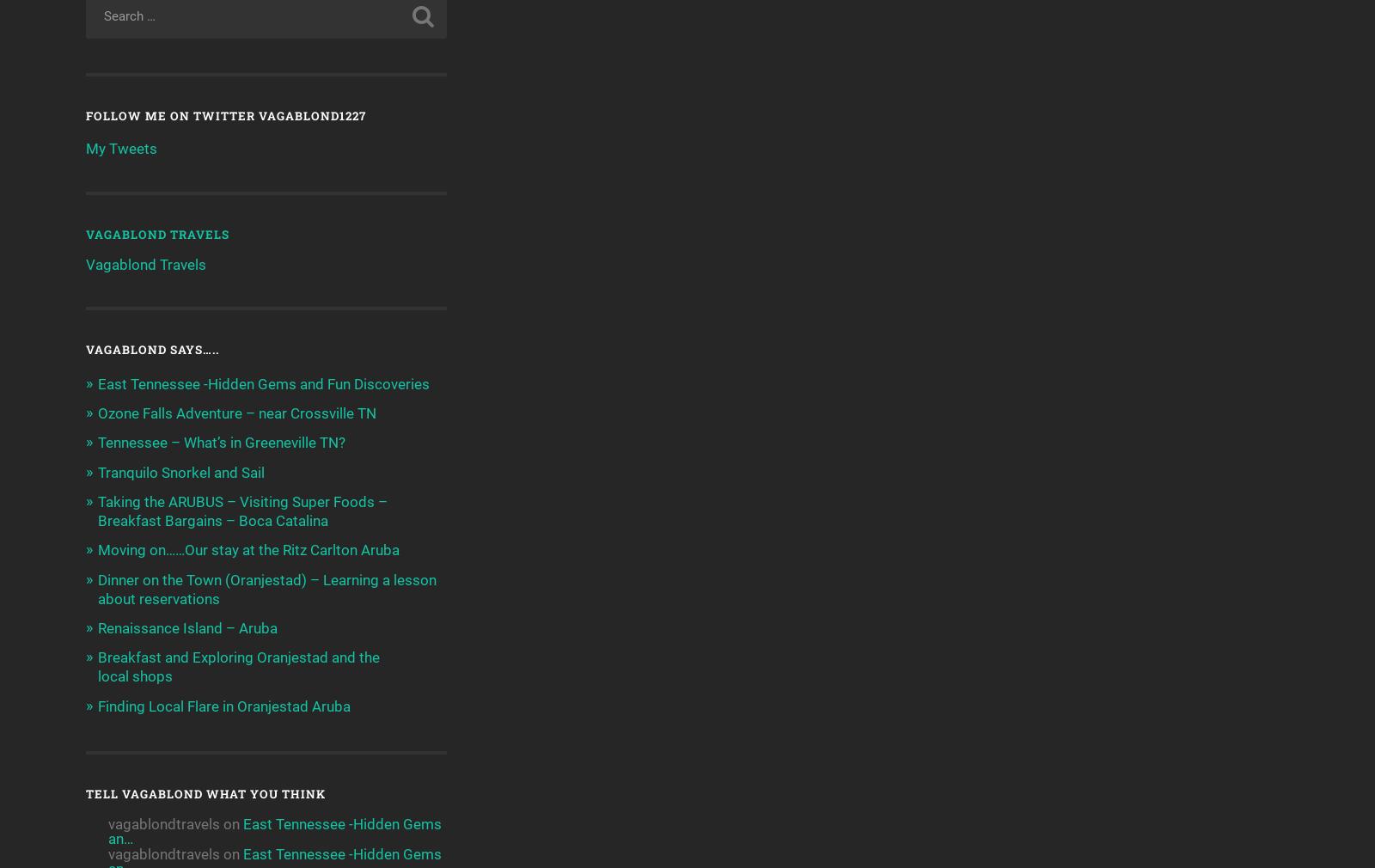 This screenshot has width=1375, height=868. What do you see at coordinates (181, 471) in the screenshot?
I see `'Tranquilo Snorkel and Sail'` at bounding box center [181, 471].